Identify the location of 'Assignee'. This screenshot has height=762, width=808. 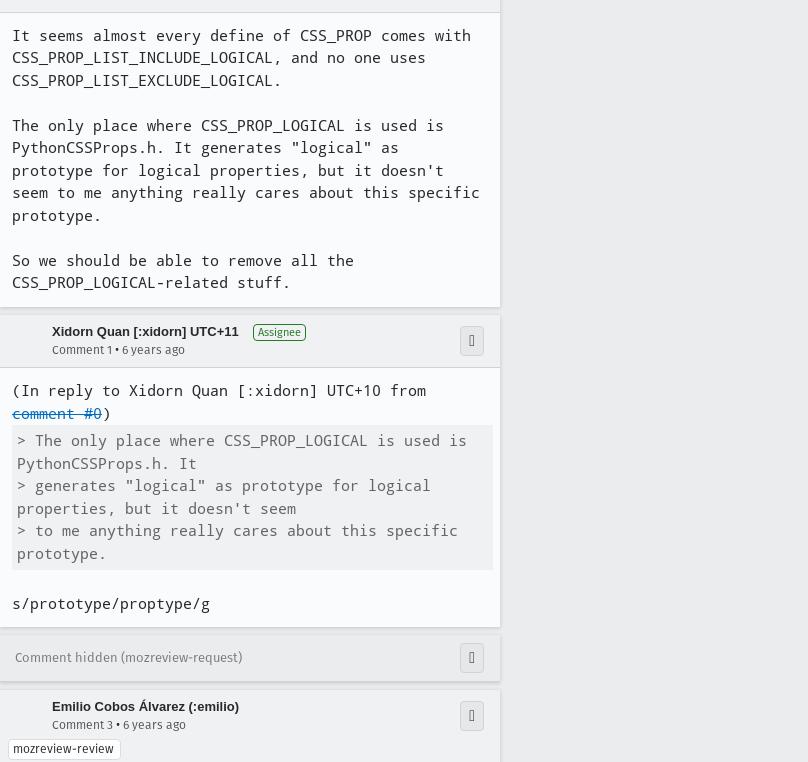
(257, 331).